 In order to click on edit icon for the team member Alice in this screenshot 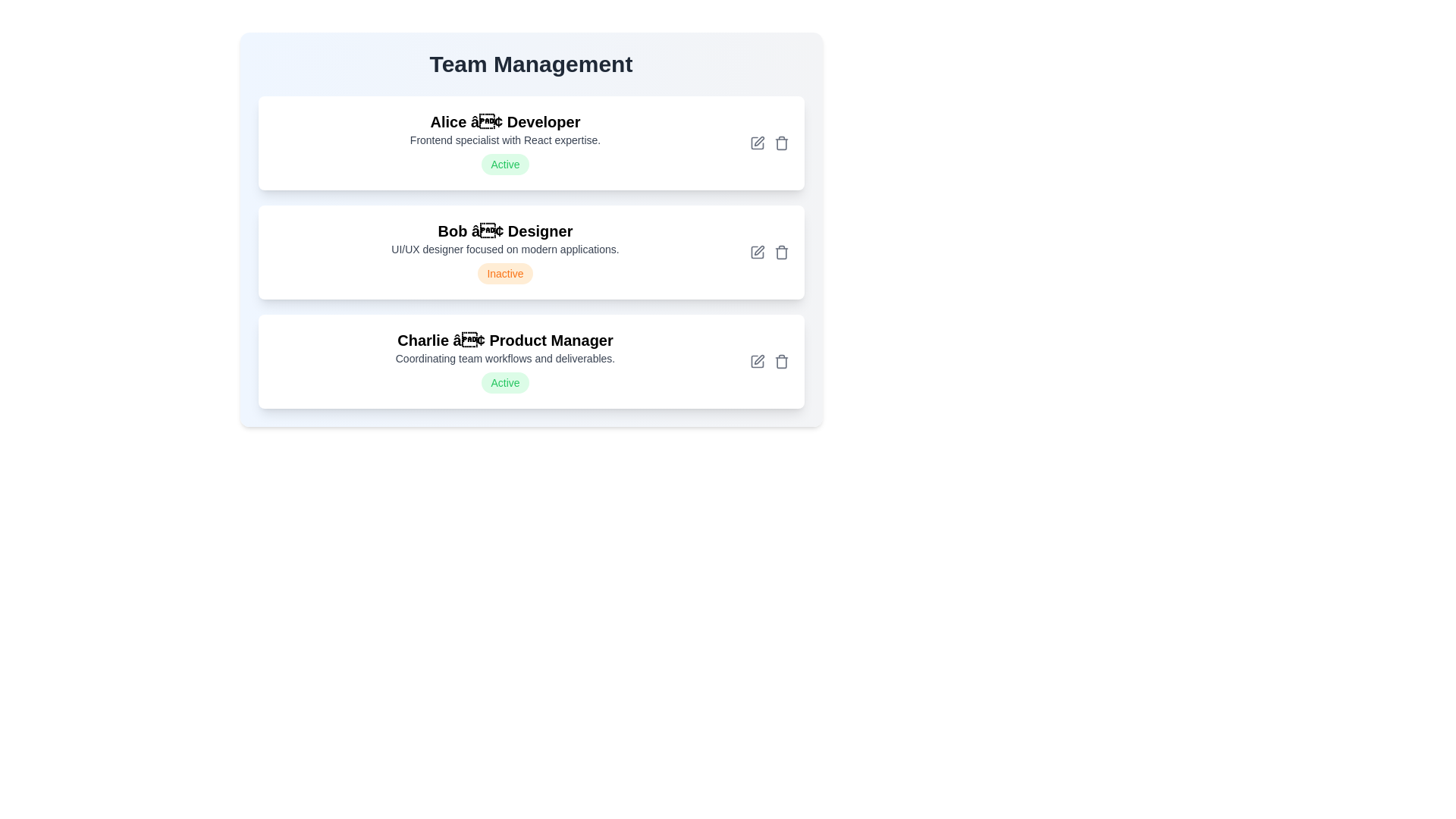, I will do `click(757, 143)`.